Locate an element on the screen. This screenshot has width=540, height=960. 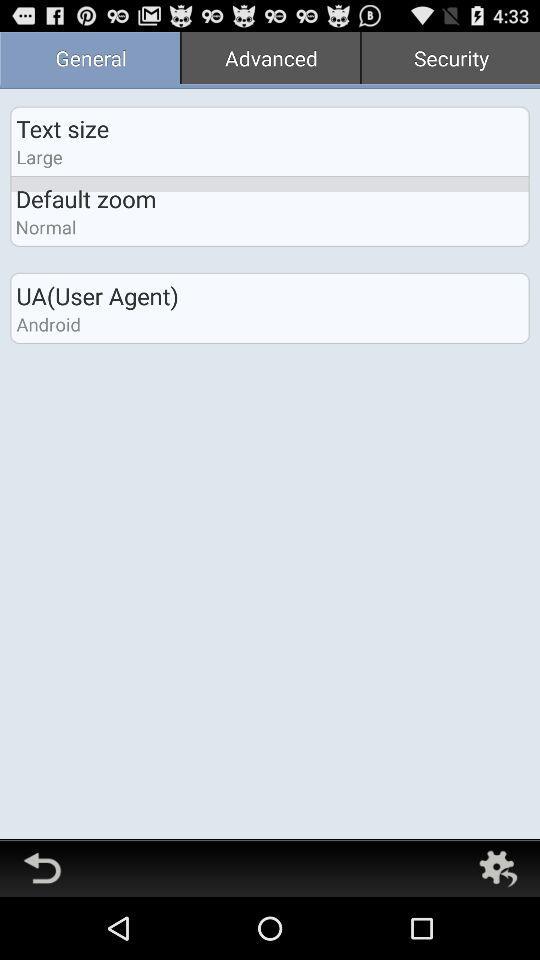
the settings icon is located at coordinates (496, 929).